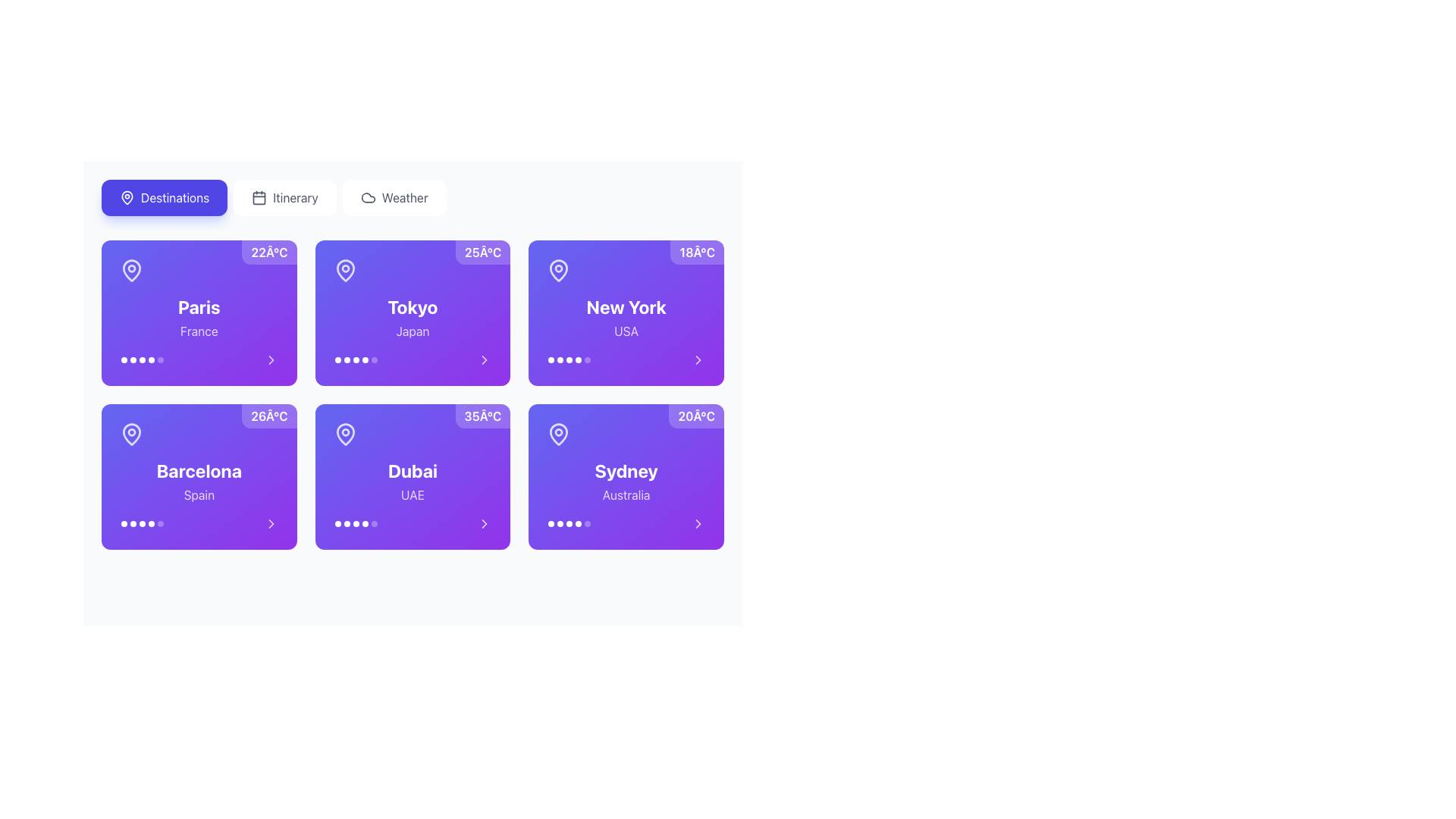 The height and width of the screenshot is (819, 1456). Describe the element at coordinates (569, 522) in the screenshot. I see `the primary group of five circular dots that indicate progression on the 'Sydney' card, located at the lower section among the bottom indicators` at that location.